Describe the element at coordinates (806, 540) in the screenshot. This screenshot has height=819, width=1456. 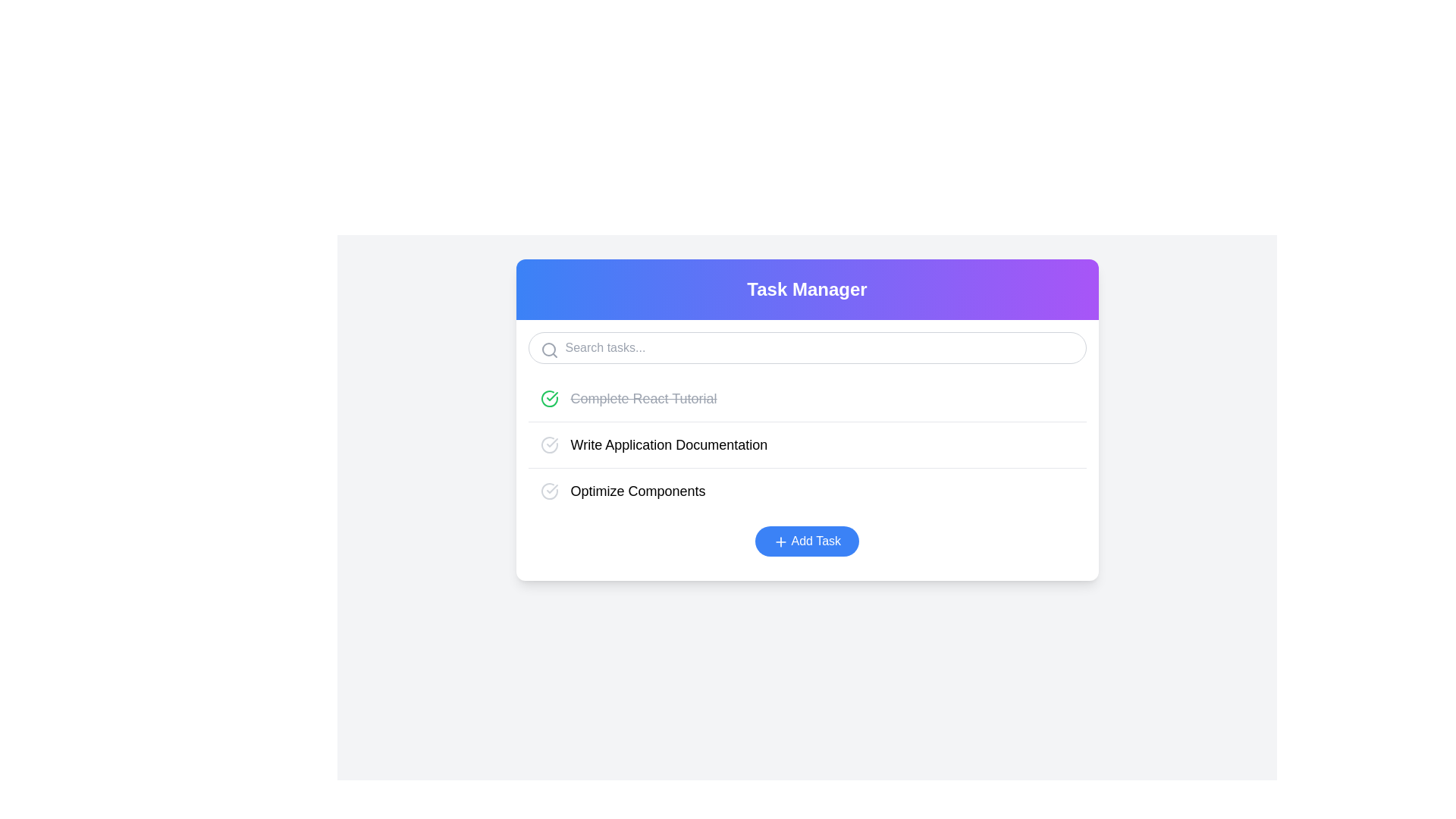
I see `the button located at the bottom of the content section, which opens a form for adding a new task` at that location.